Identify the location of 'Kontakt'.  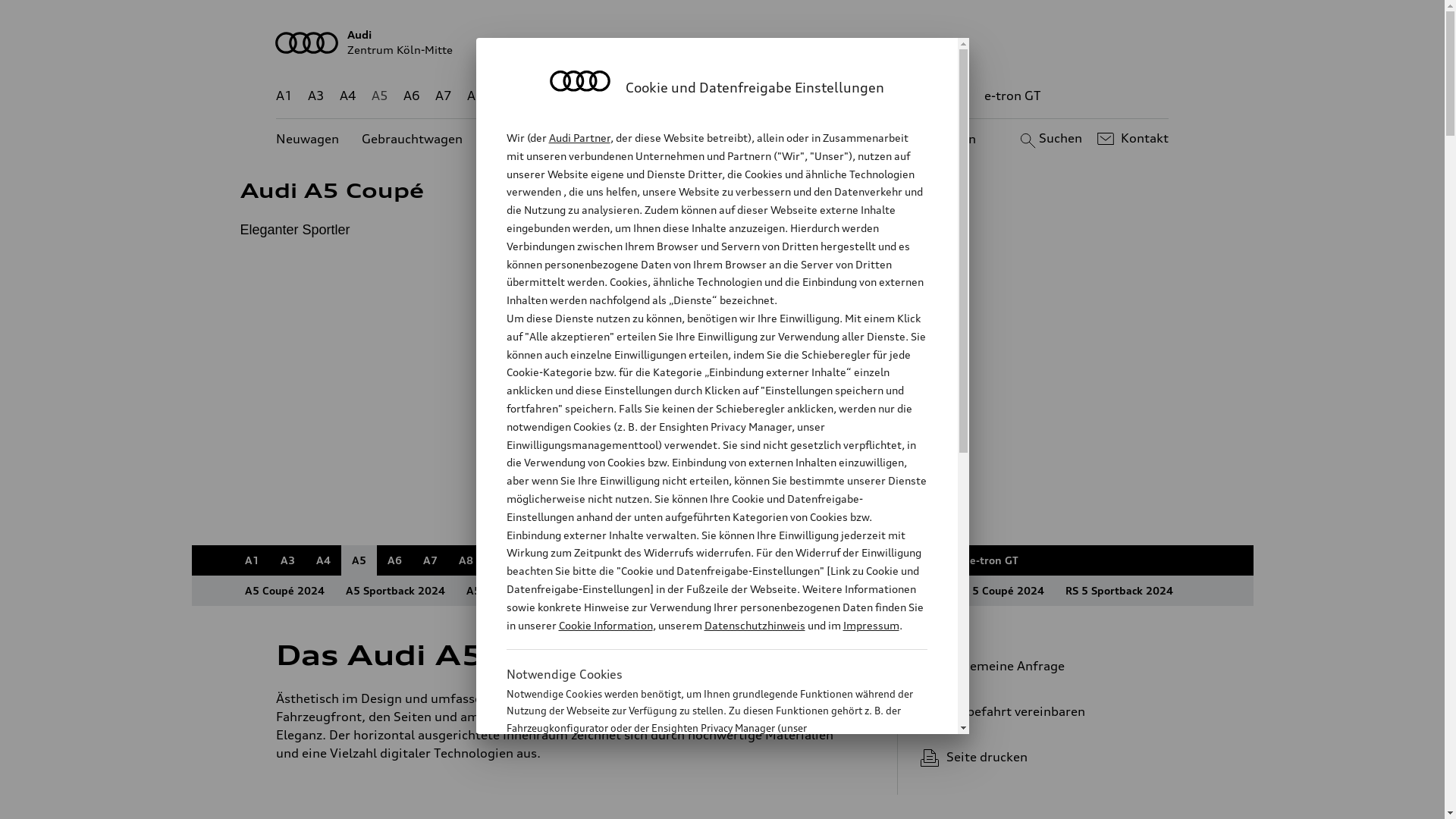
(1131, 138).